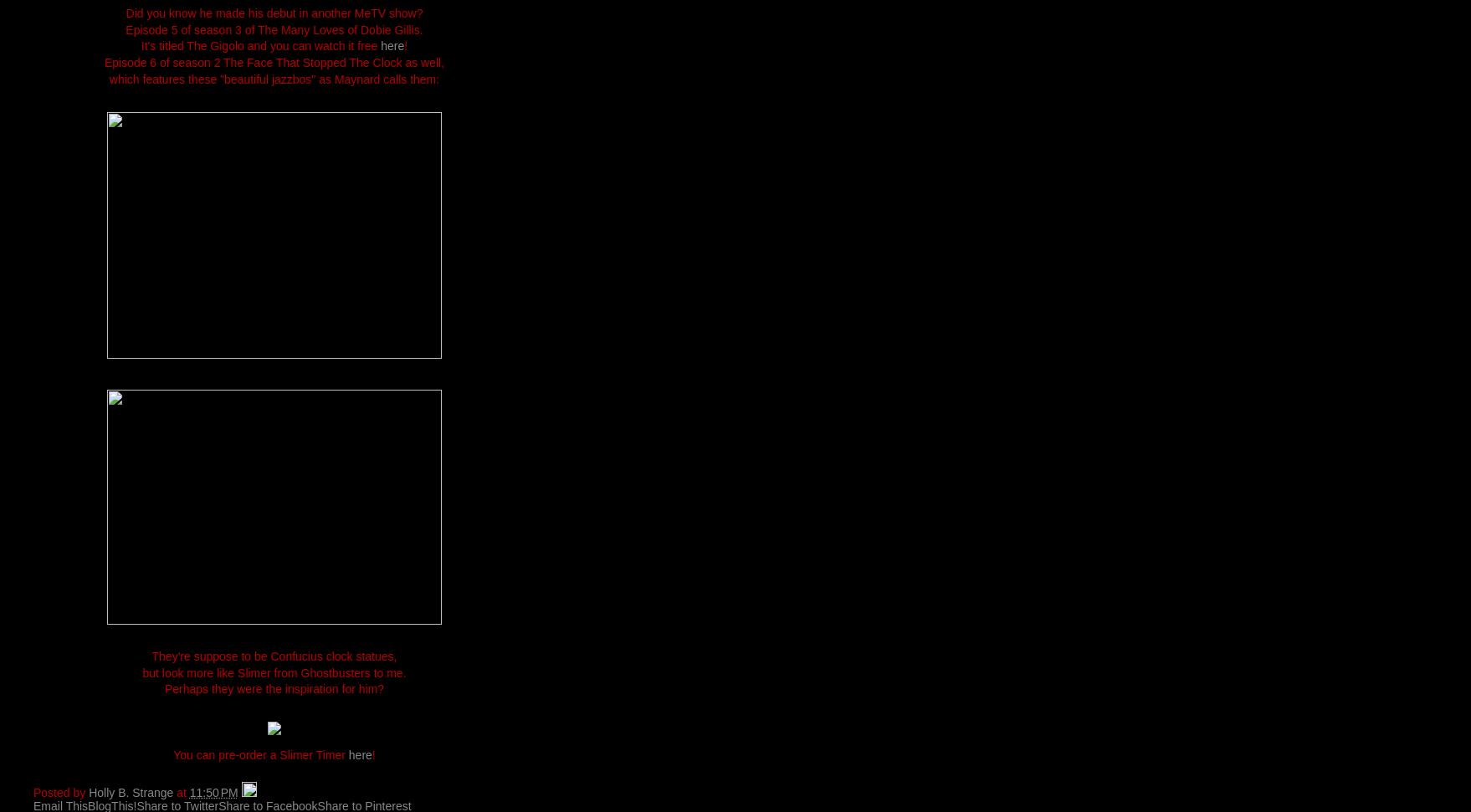  Describe the element at coordinates (260, 45) in the screenshot. I see `'It's titled The Gigolo and you can watch it free'` at that location.